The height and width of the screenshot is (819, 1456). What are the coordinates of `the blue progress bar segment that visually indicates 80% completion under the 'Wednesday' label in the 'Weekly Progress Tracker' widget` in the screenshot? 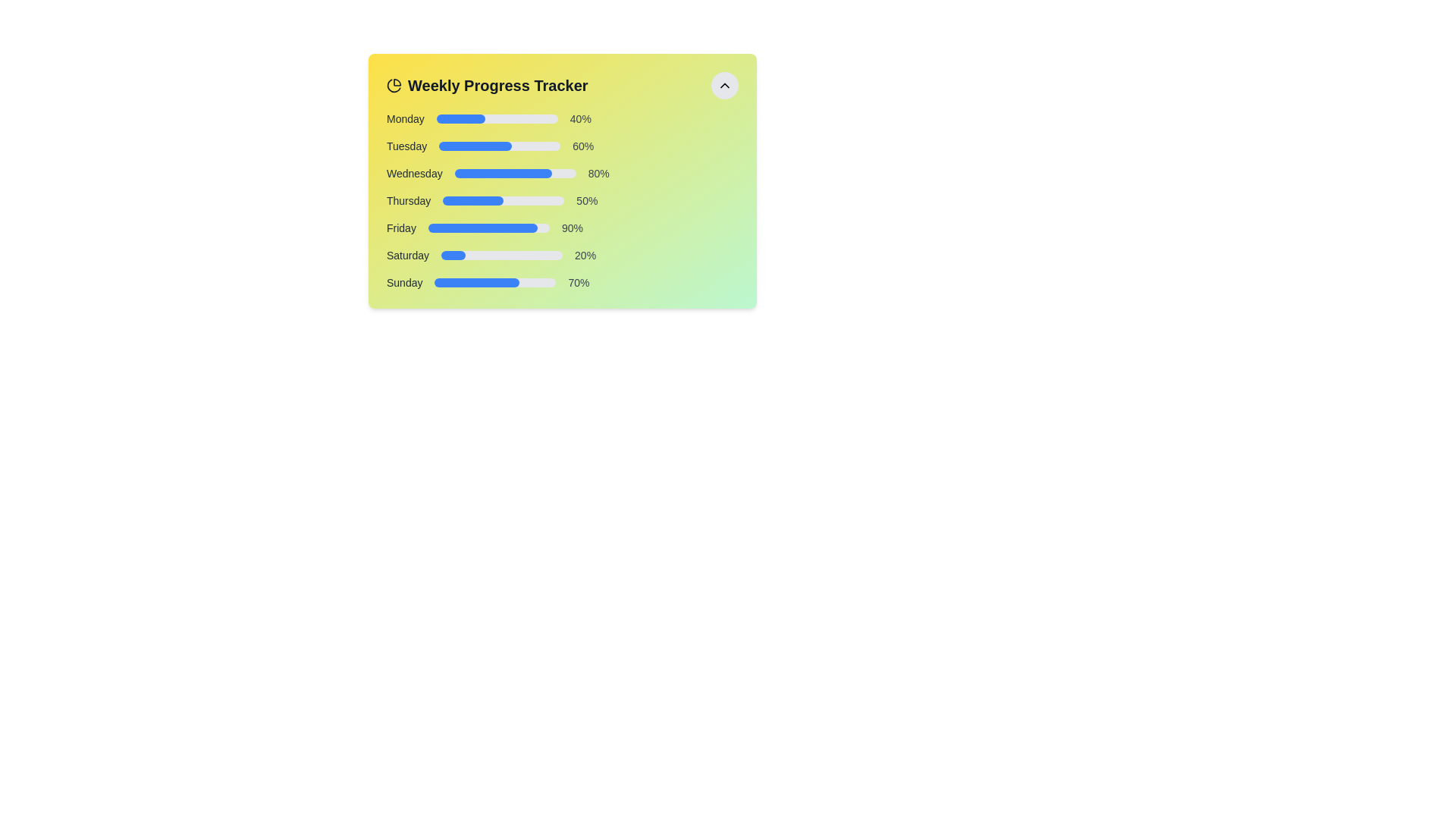 It's located at (503, 172).